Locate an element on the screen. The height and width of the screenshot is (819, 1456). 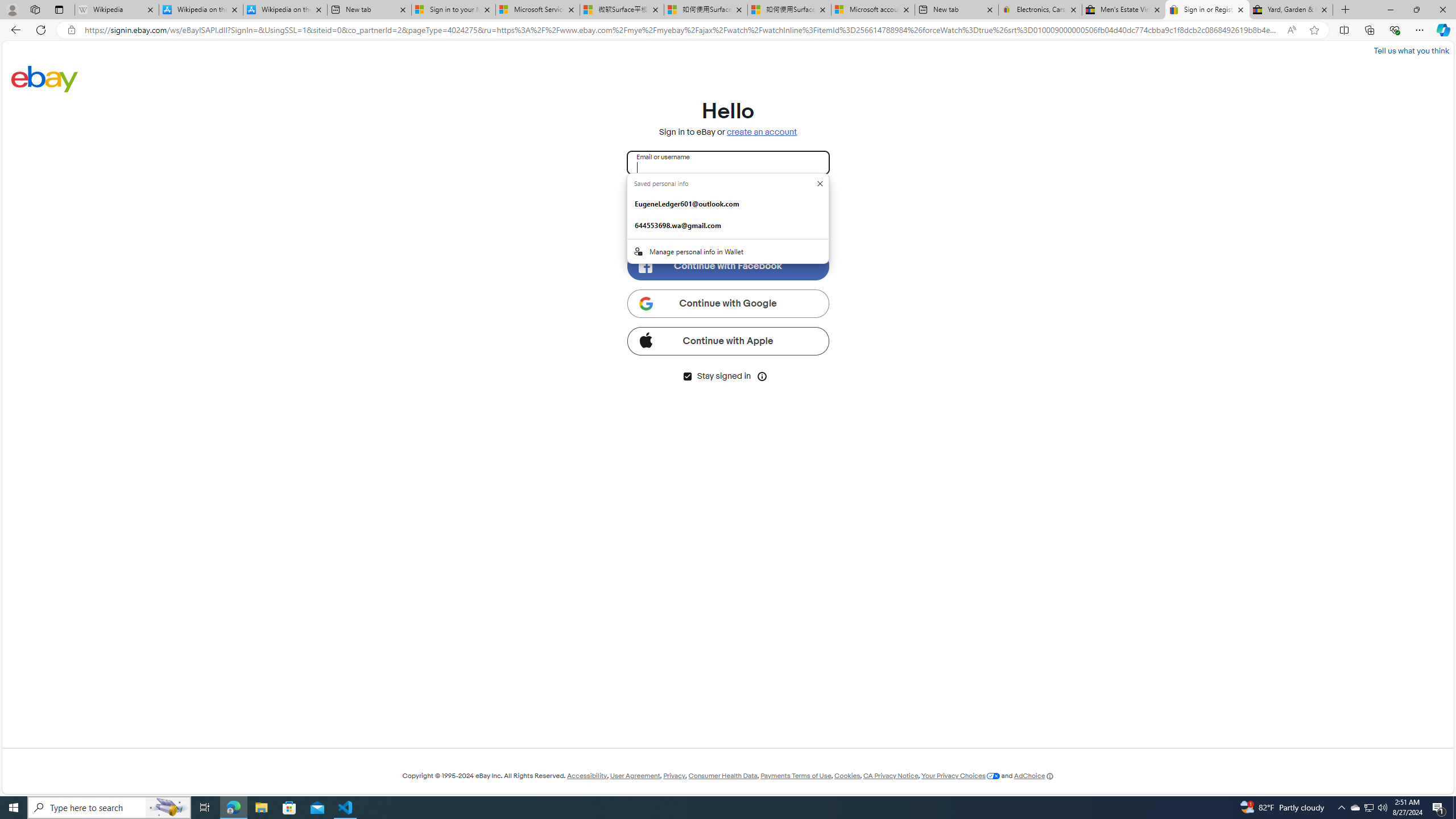
'Sign in to your Microsoft account' is located at coordinates (453, 9).